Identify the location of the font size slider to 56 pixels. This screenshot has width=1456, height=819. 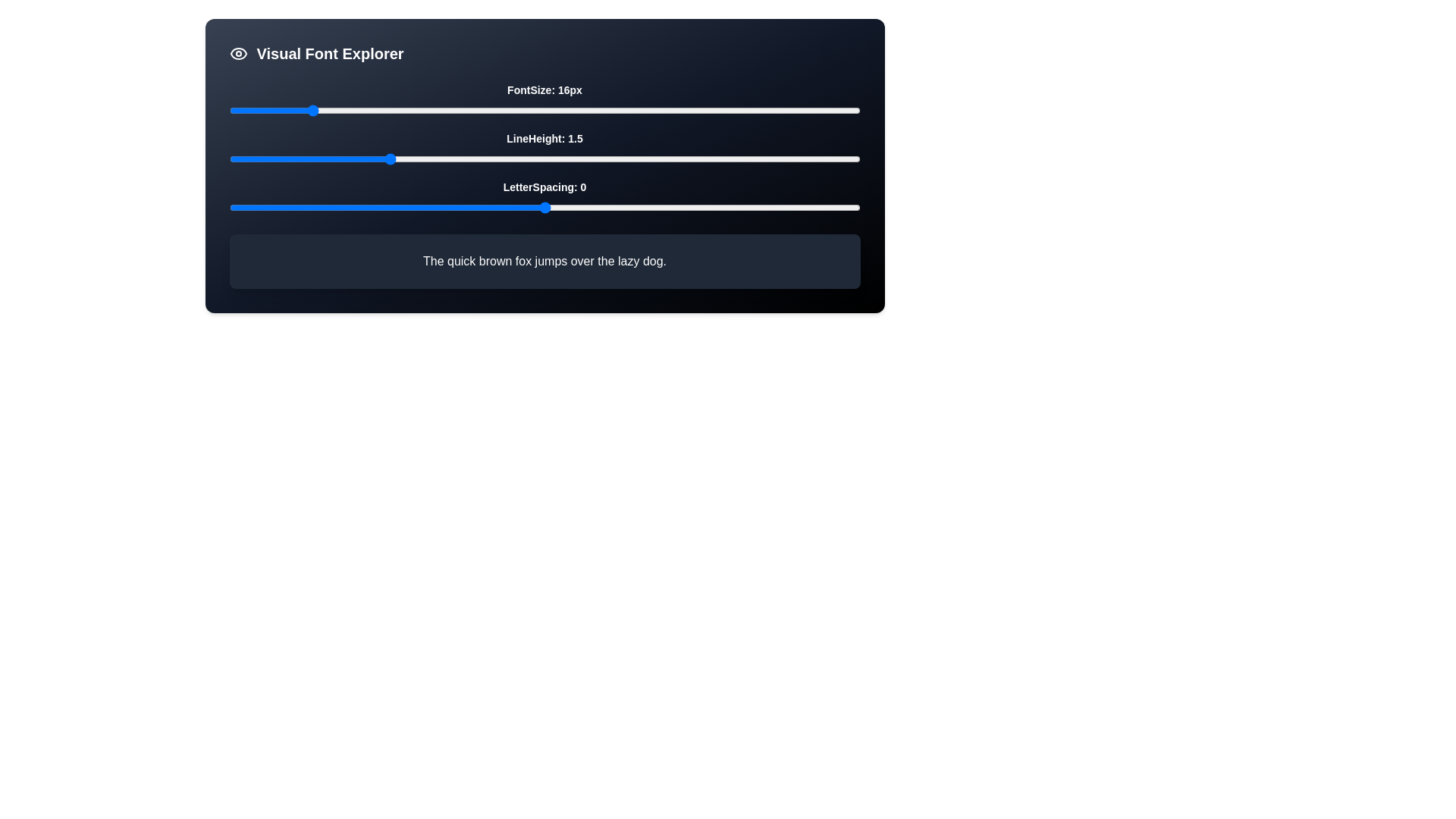
(701, 110).